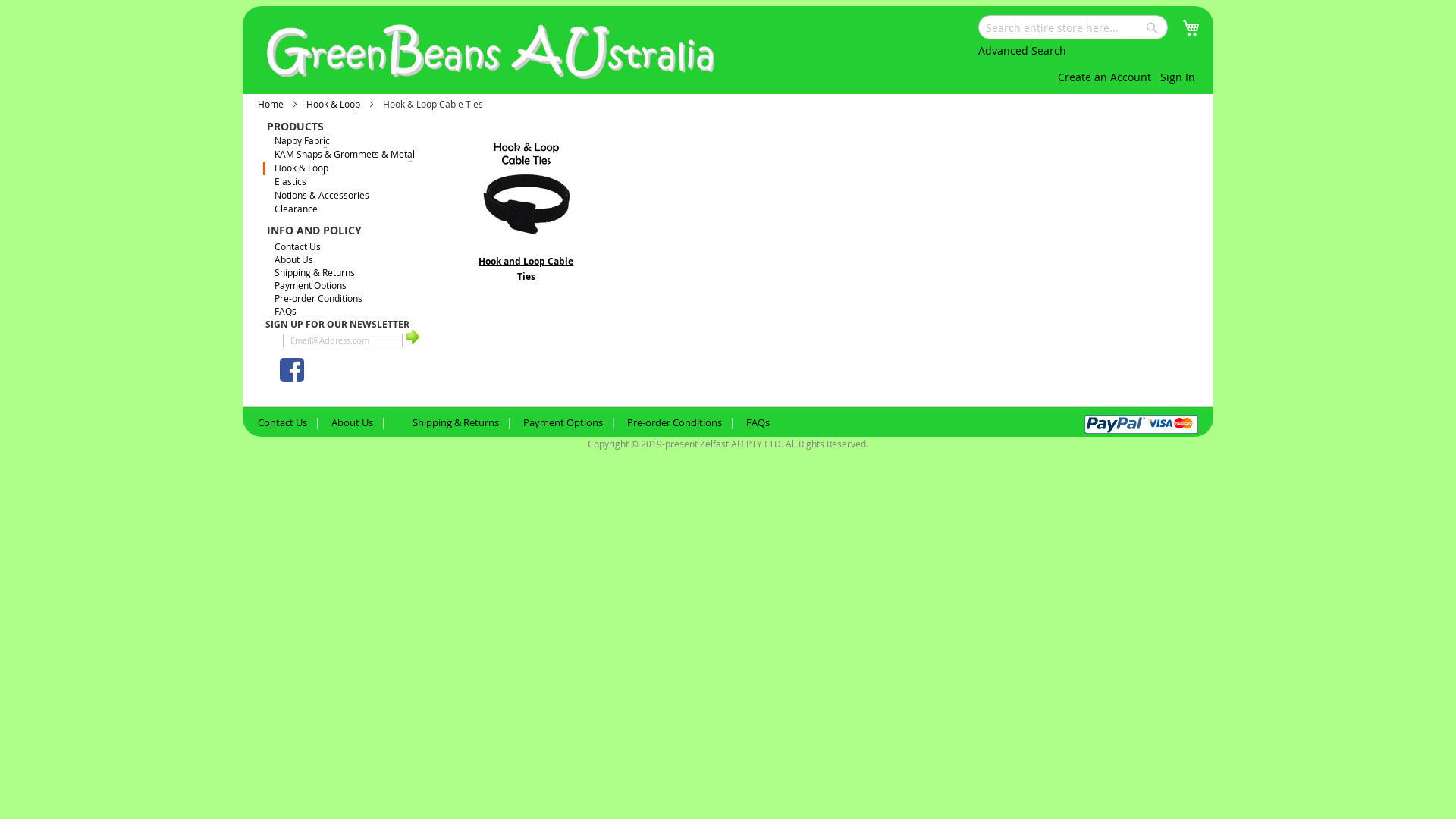 The height and width of the screenshot is (819, 1456). What do you see at coordinates (1151, 27) in the screenshot?
I see `'Search'` at bounding box center [1151, 27].